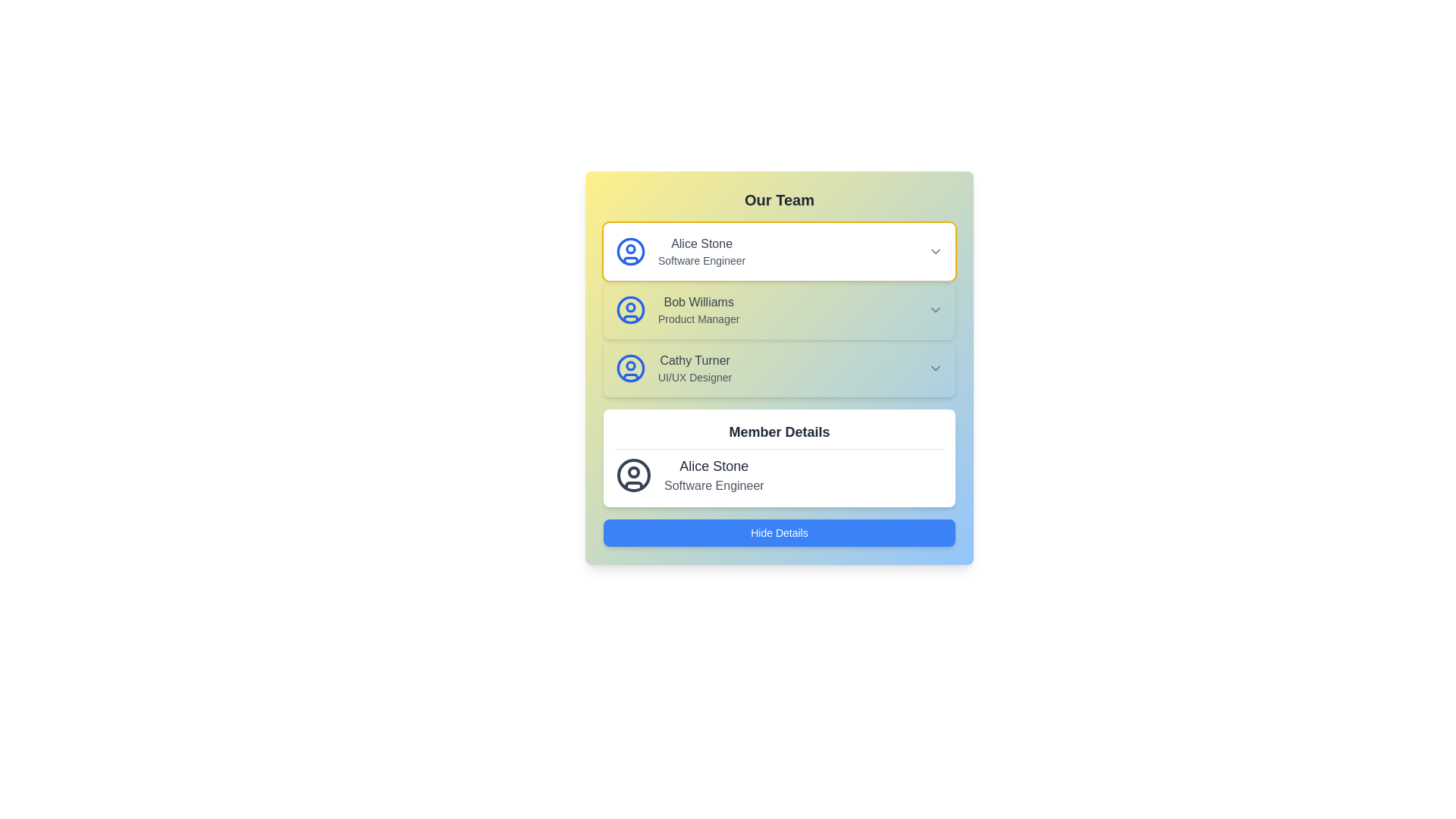 The height and width of the screenshot is (819, 1456). I want to click on the third list item in the 'Our Team' section that displays information about team member 'Cathy Turner', a UI/UX Designer, so click(694, 369).